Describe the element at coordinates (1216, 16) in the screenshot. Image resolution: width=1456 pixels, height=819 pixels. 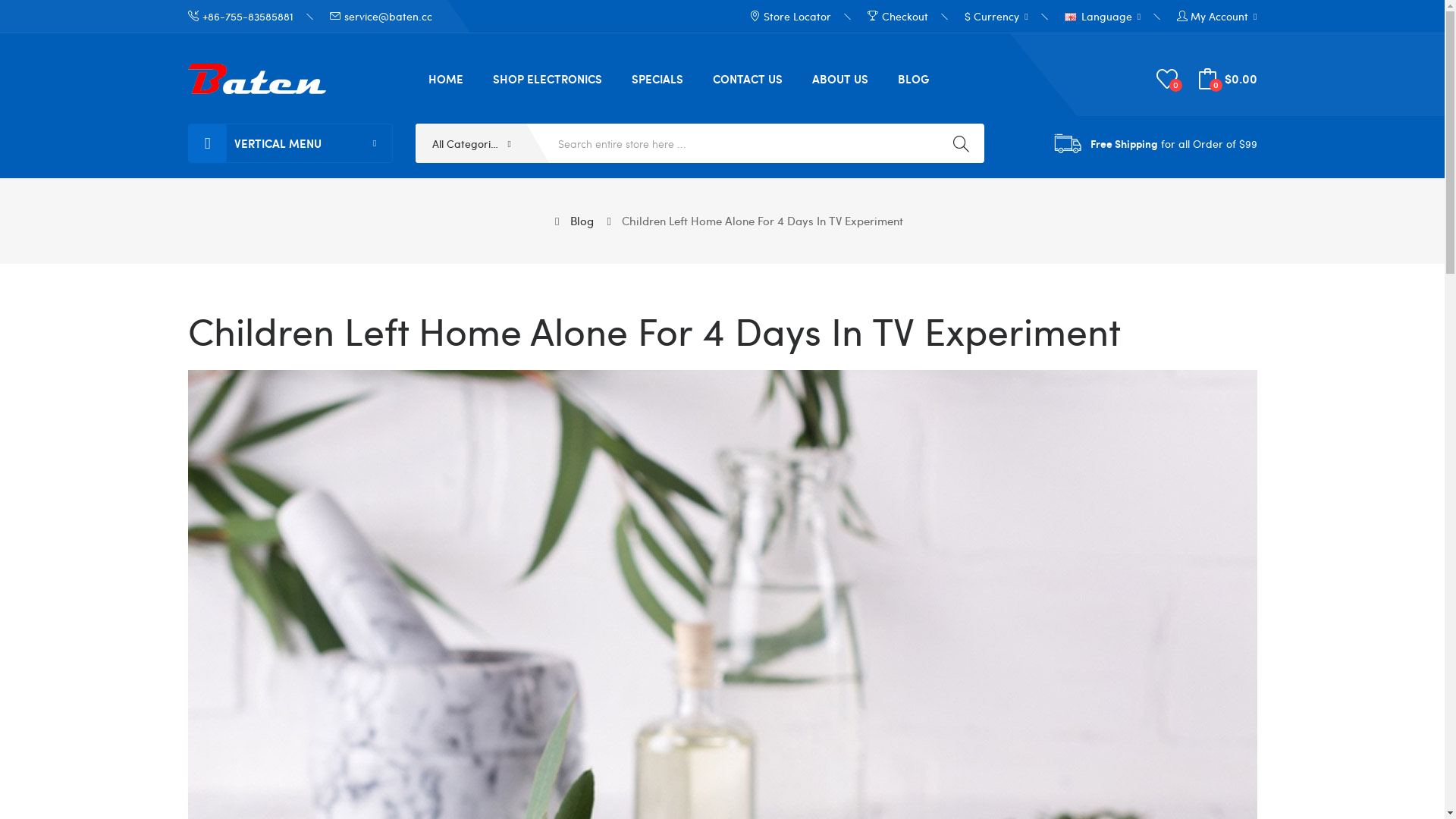
I see `'My Account'` at that location.